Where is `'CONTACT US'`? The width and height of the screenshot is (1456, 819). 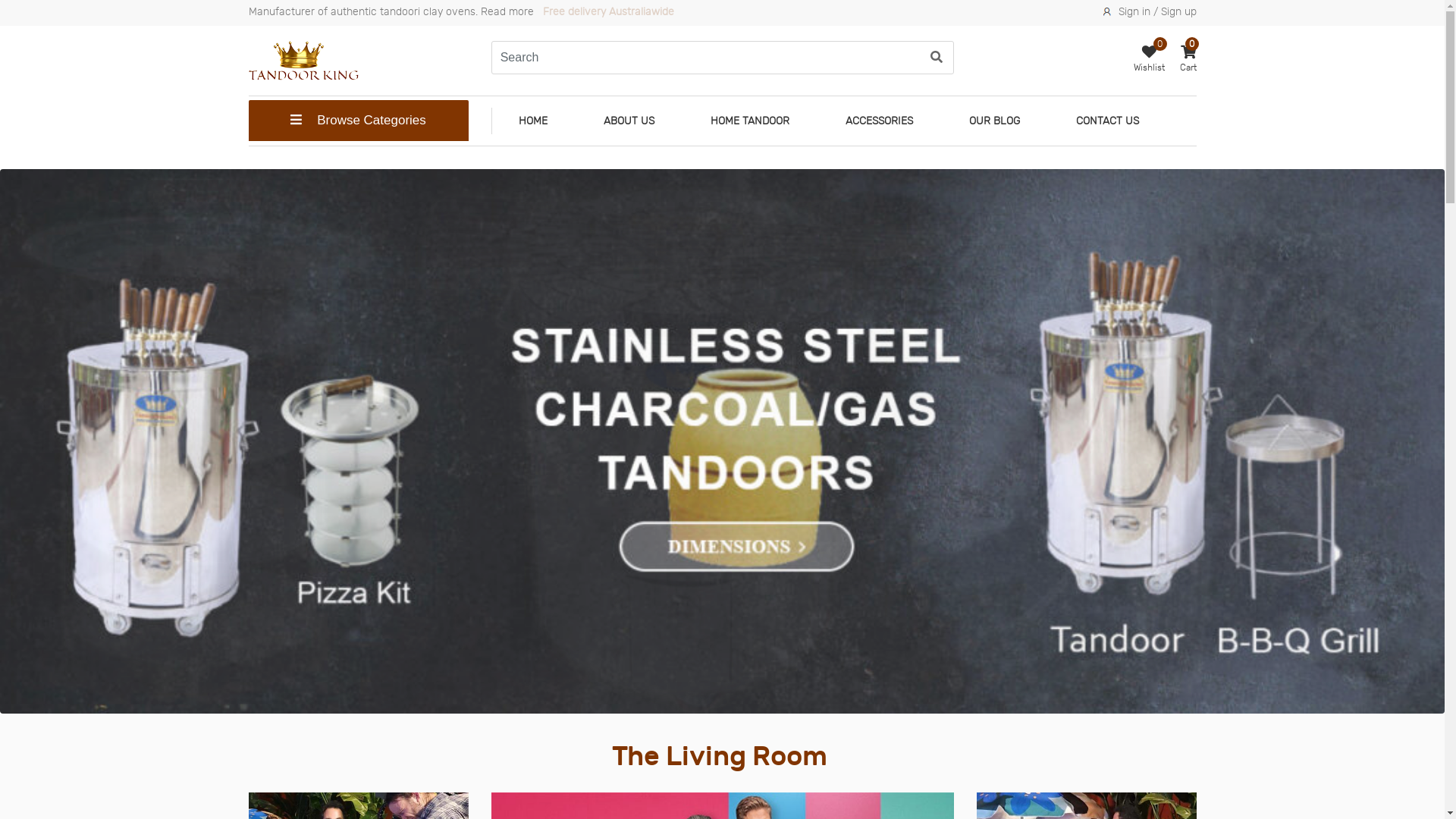
'CONTACT US' is located at coordinates (1063, 120).